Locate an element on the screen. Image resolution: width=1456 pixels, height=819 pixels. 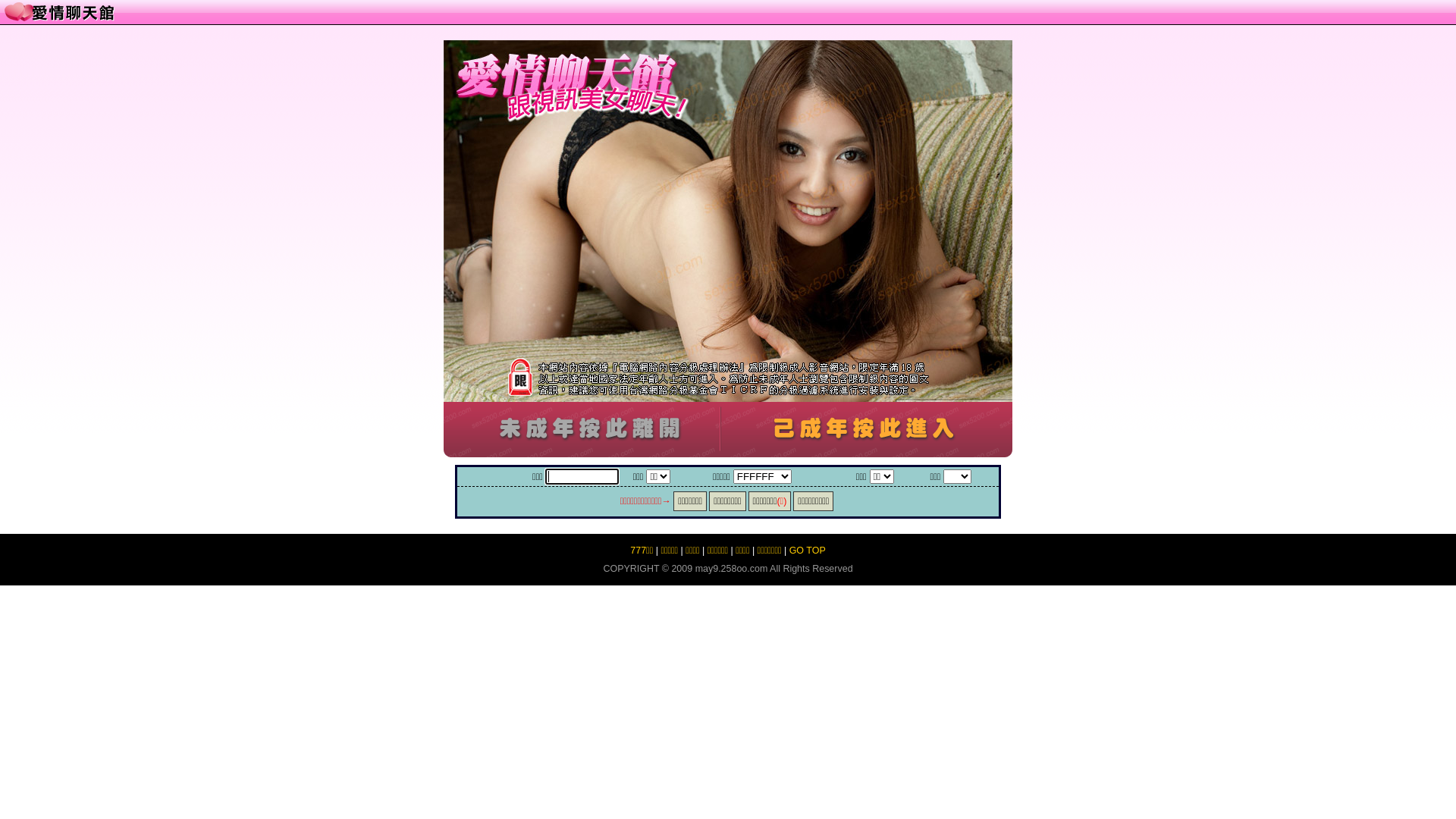
'GO TOP' is located at coordinates (807, 550).